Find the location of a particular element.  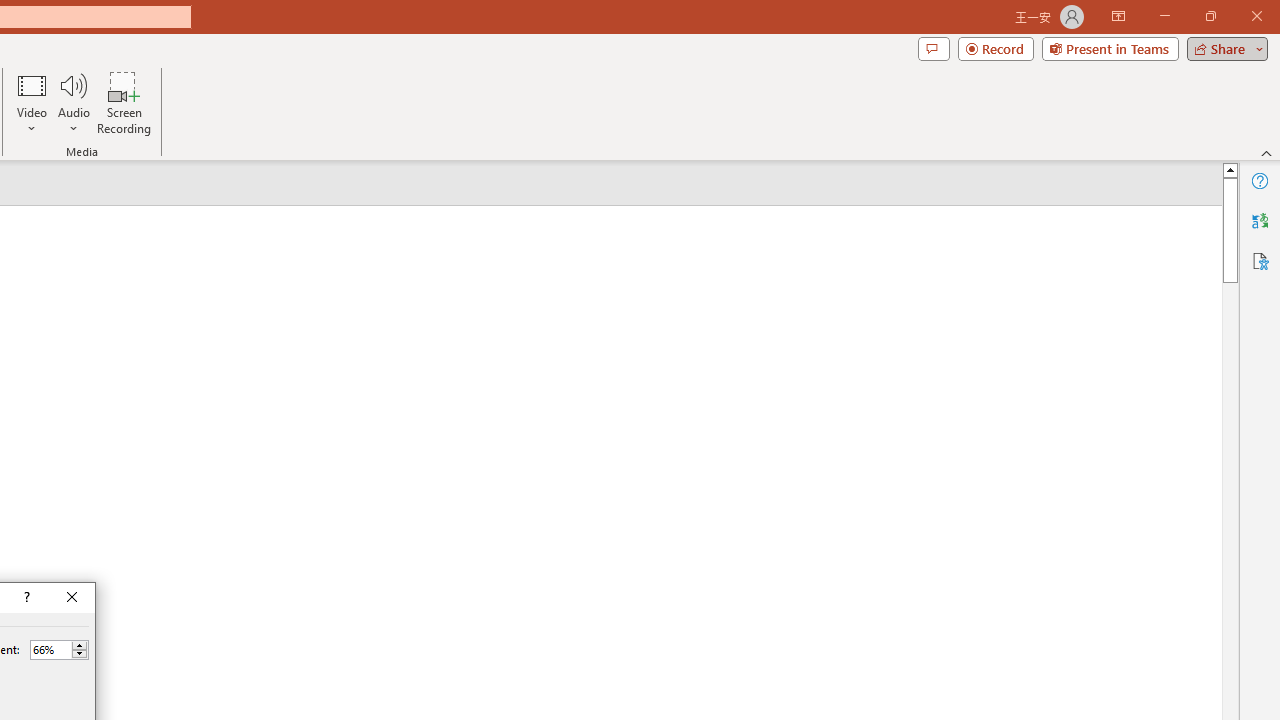

'Video' is located at coordinates (32, 103).